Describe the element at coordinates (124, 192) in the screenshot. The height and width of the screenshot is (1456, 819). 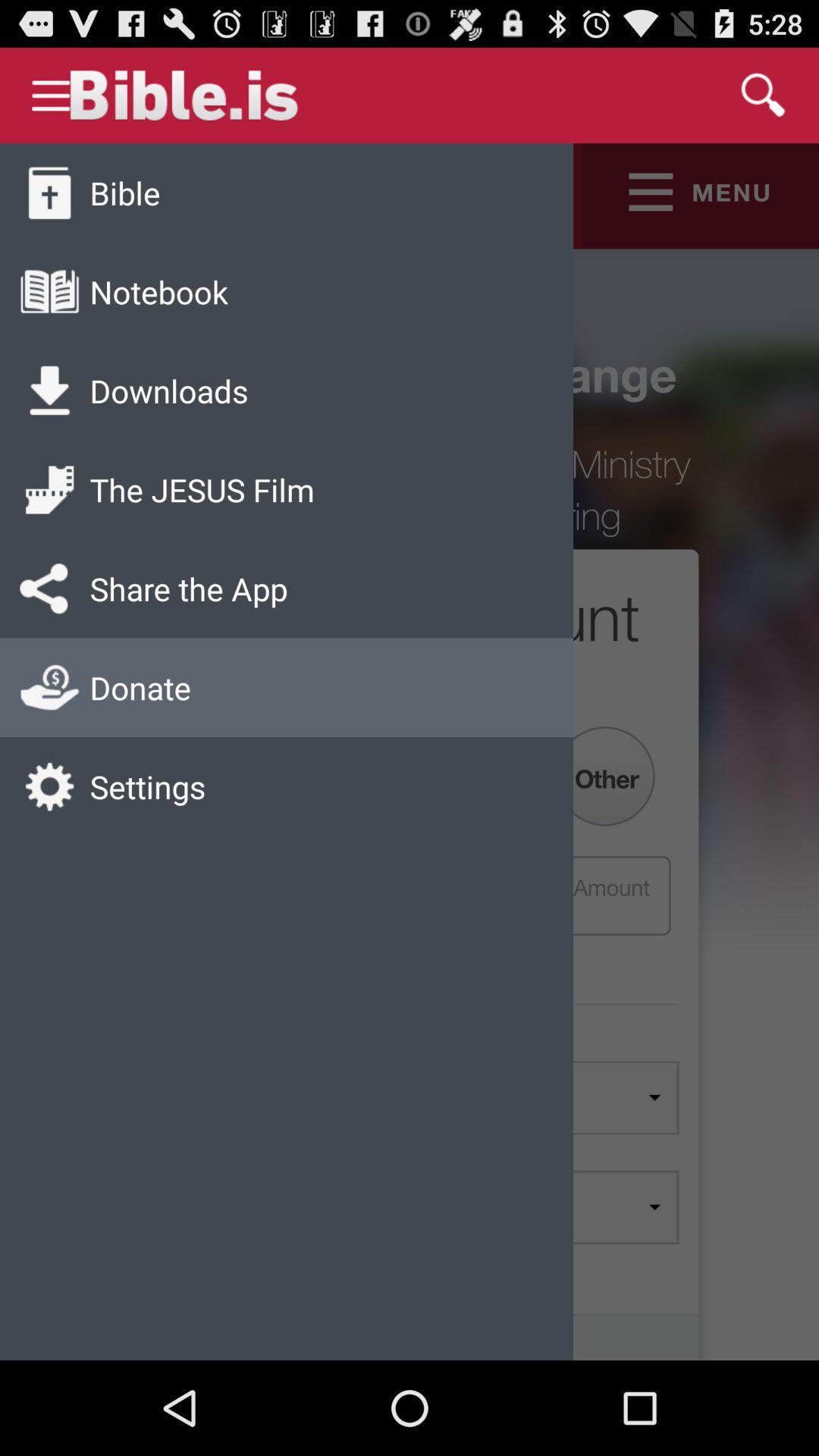
I see `app above the notebook` at that location.